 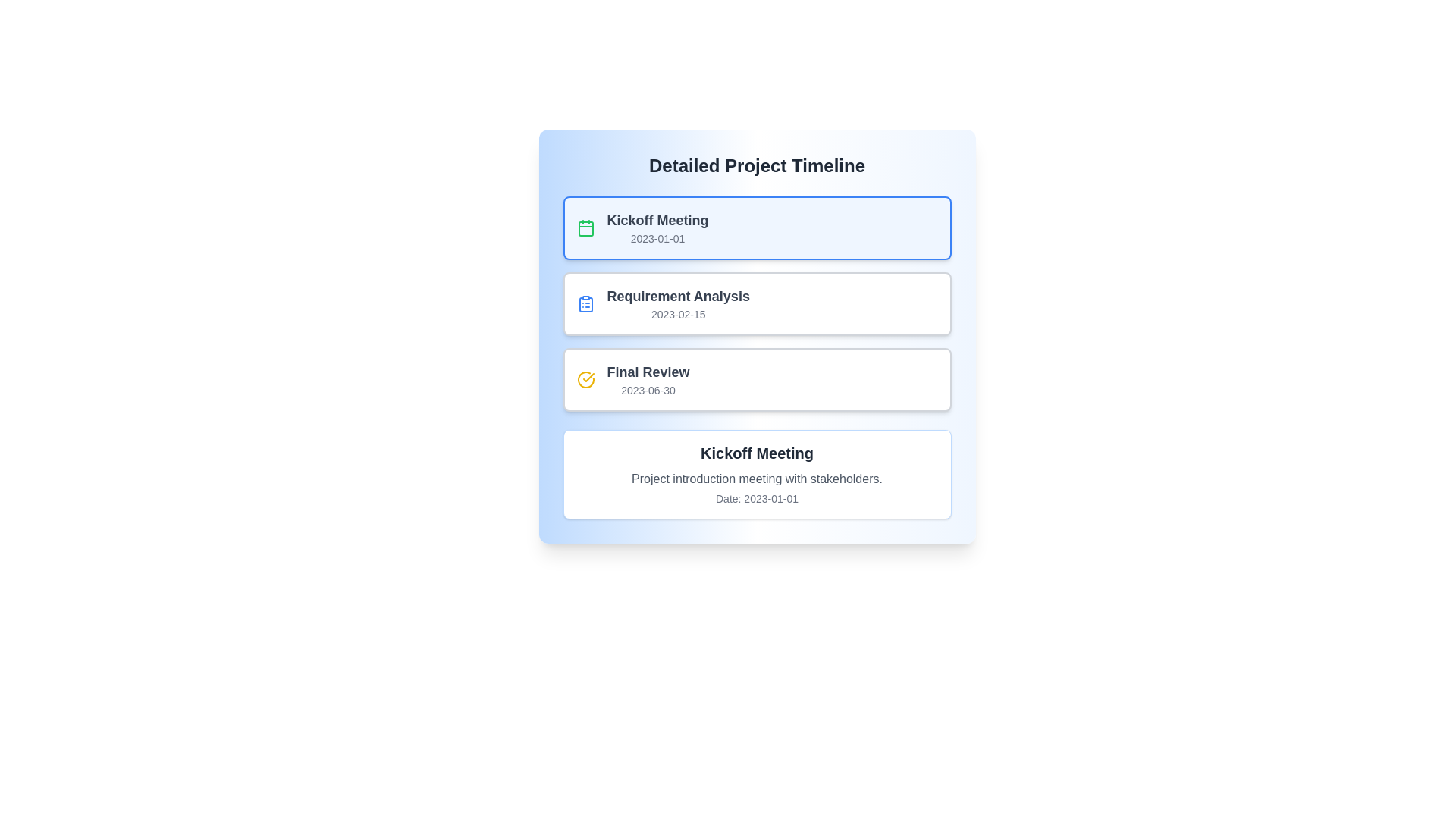 What do you see at coordinates (757, 479) in the screenshot?
I see `the text element that says 'Project introduction meeting with stakeholders.' which is positioned below the title 'Kickoff Meeting' and above the date 'Date: 2023-01-01'` at bounding box center [757, 479].